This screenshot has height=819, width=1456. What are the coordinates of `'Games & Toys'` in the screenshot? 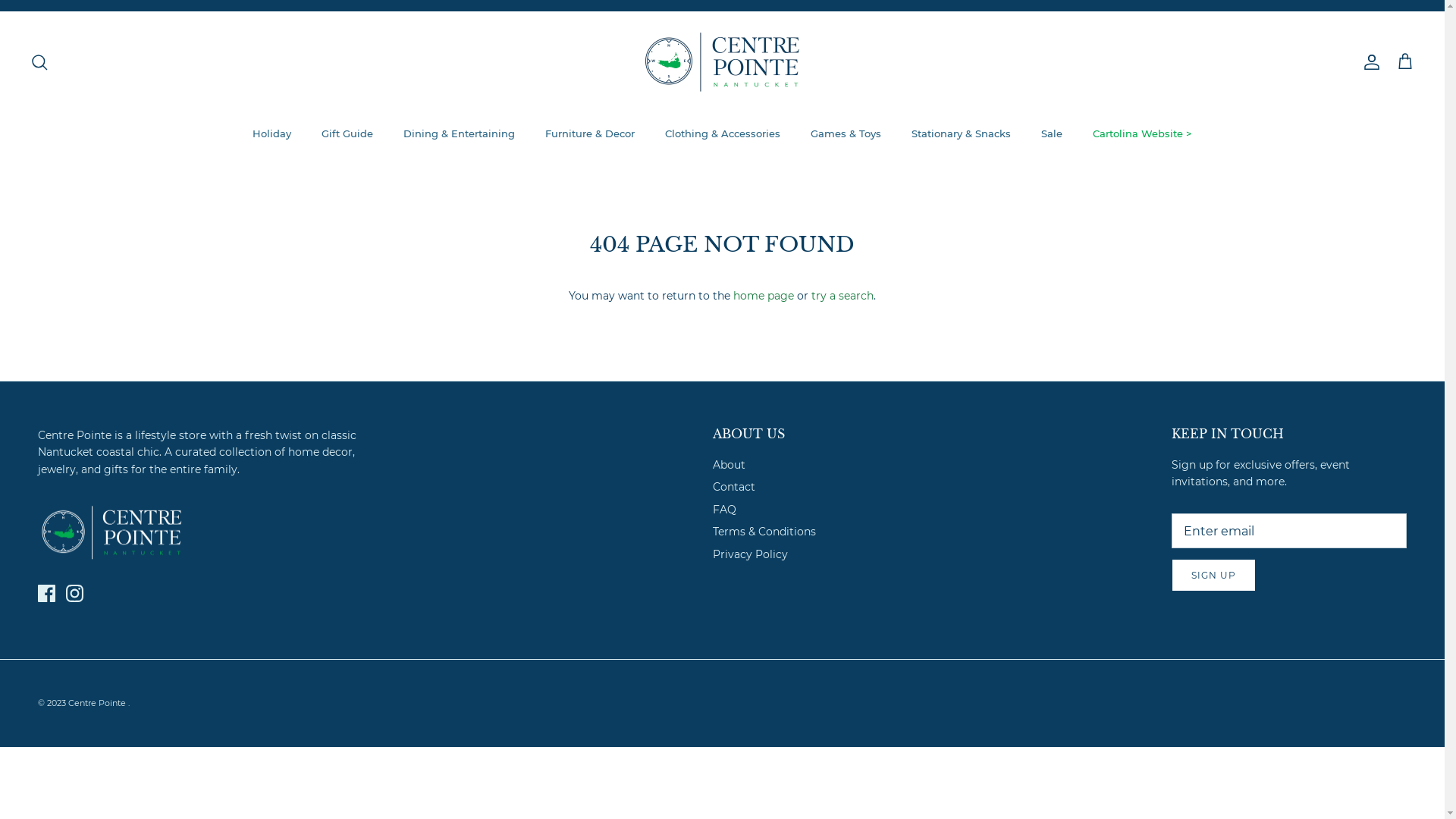 It's located at (845, 133).